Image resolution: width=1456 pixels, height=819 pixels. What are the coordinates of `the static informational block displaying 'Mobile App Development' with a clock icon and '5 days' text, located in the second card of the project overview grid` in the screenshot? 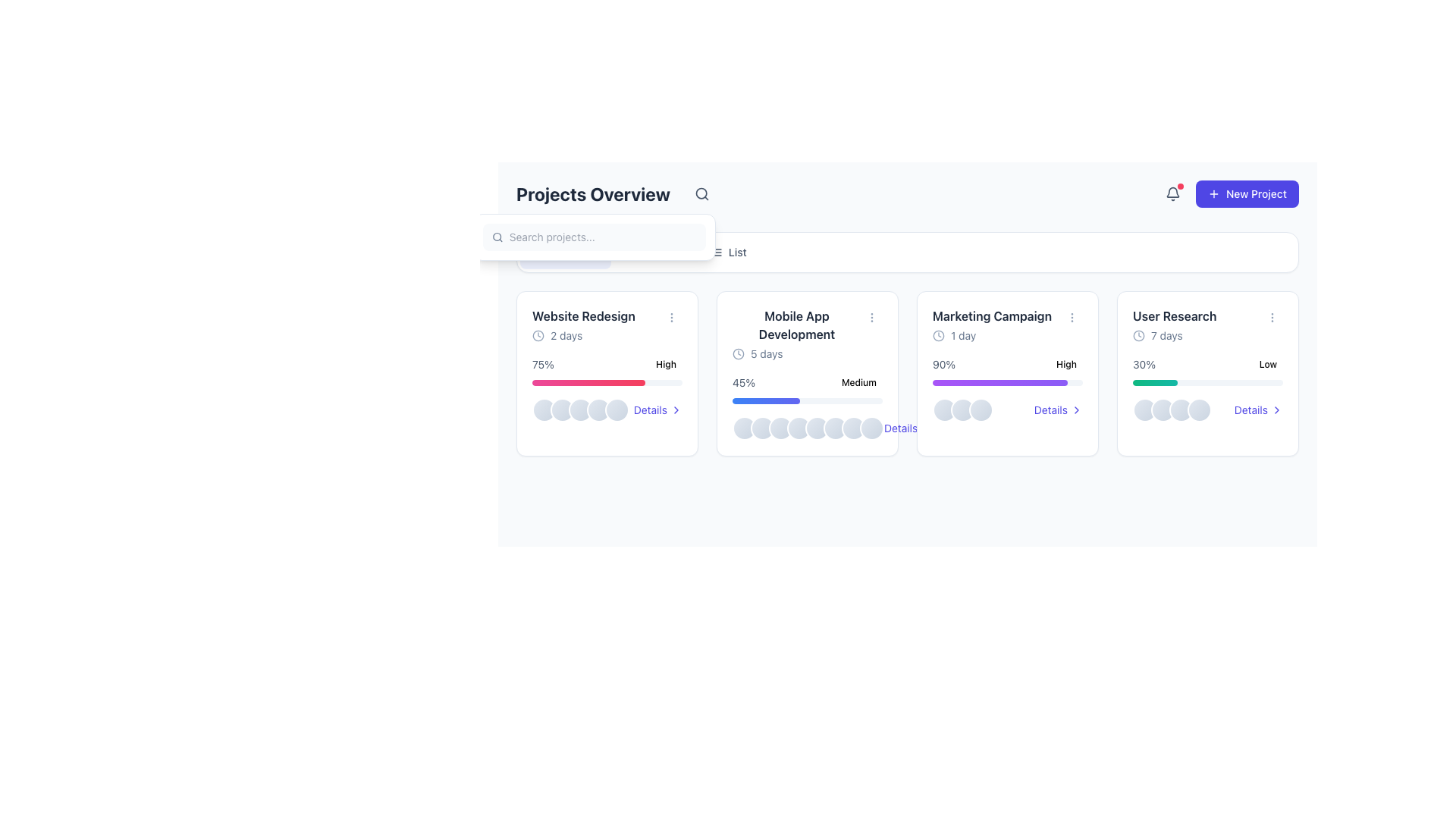 It's located at (807, 333).